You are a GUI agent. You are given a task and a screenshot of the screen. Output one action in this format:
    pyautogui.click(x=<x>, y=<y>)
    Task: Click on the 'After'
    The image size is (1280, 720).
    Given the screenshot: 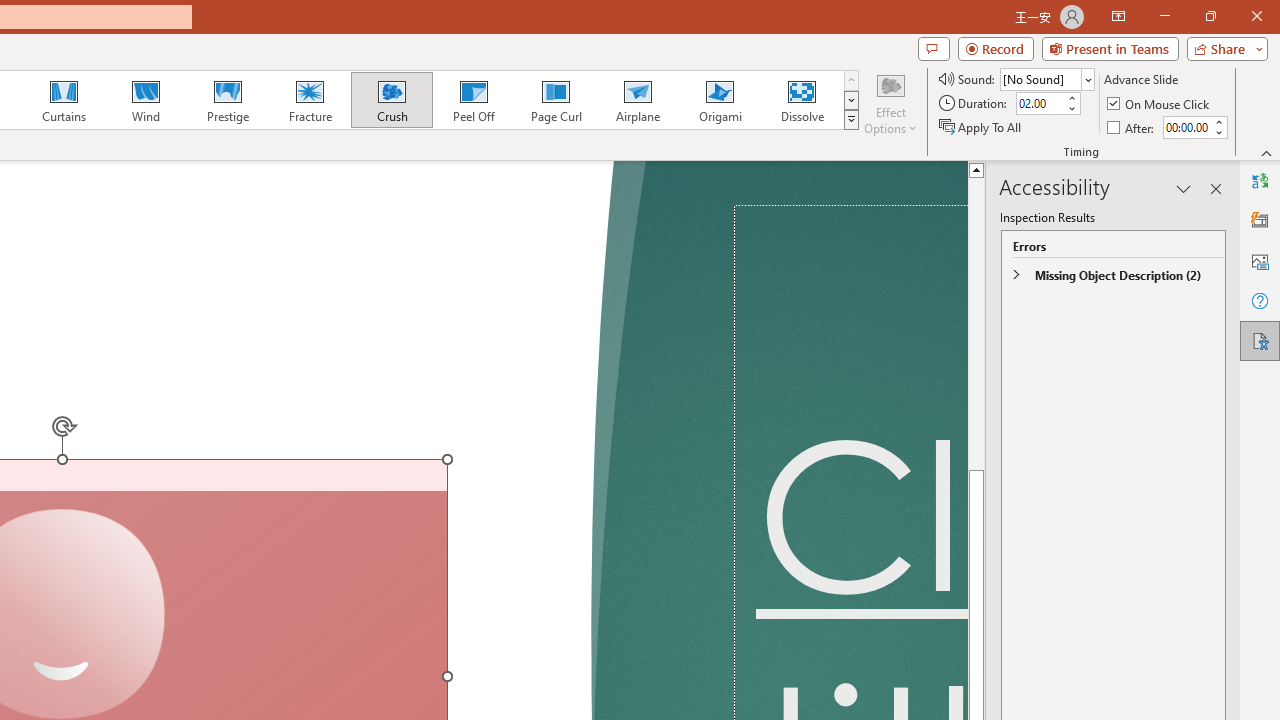 What is the action you would take?
    pyautogui.click(x=1132, y=127)
    